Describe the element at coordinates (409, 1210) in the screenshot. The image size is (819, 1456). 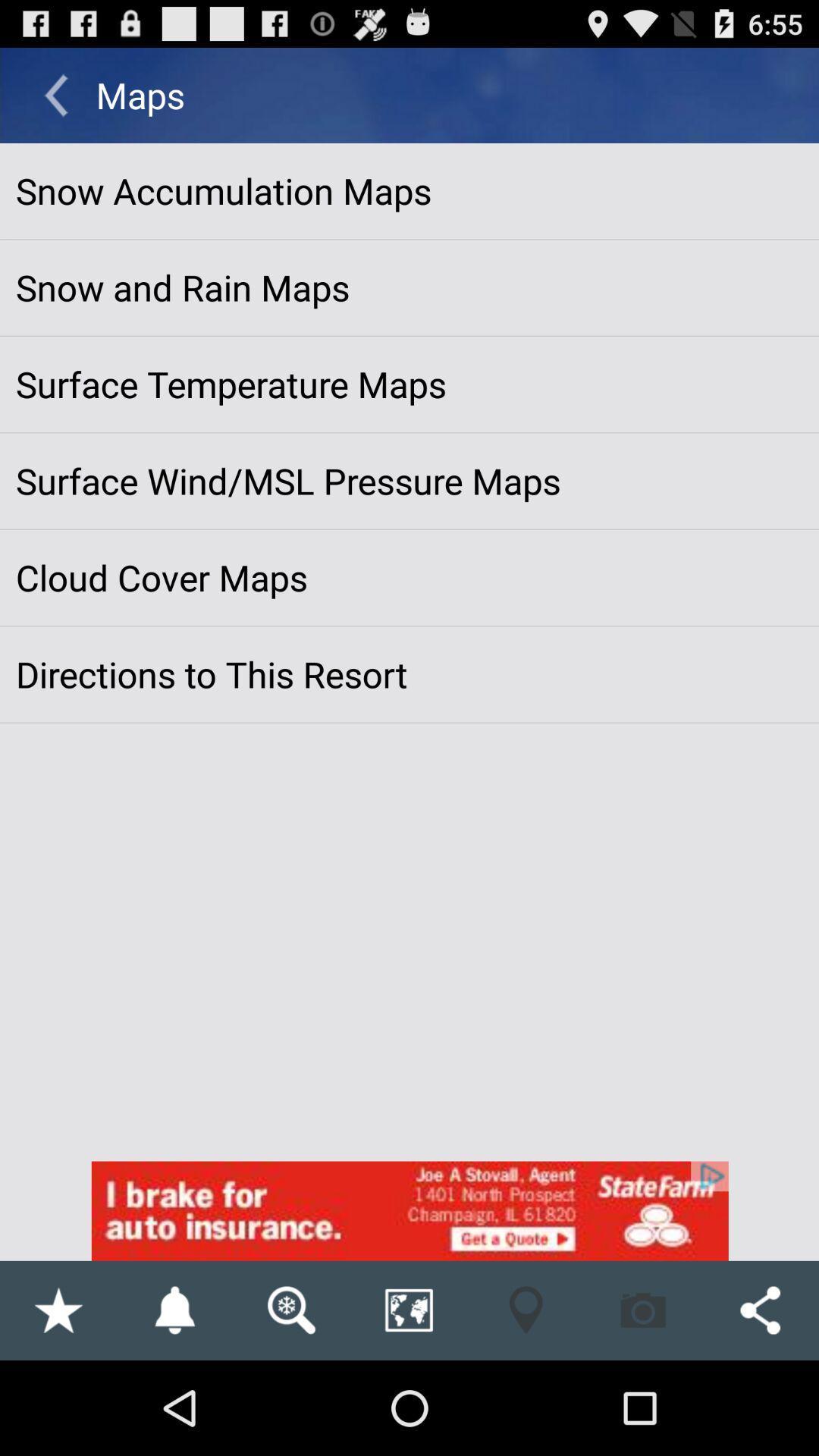
I see `advertisement` at that location.